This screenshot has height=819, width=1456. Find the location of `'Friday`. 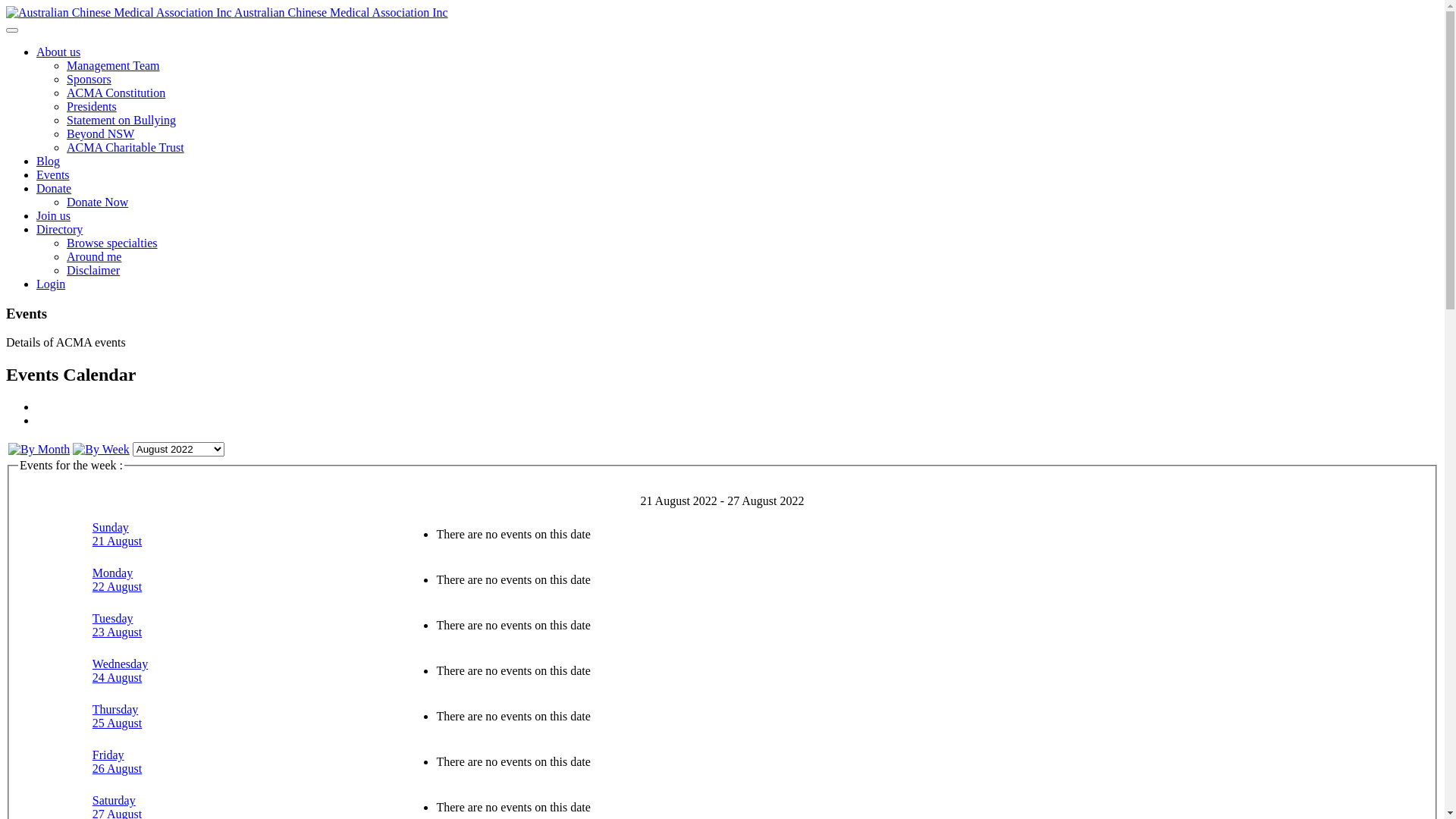

'Friday is located at coordinates (116, 761).